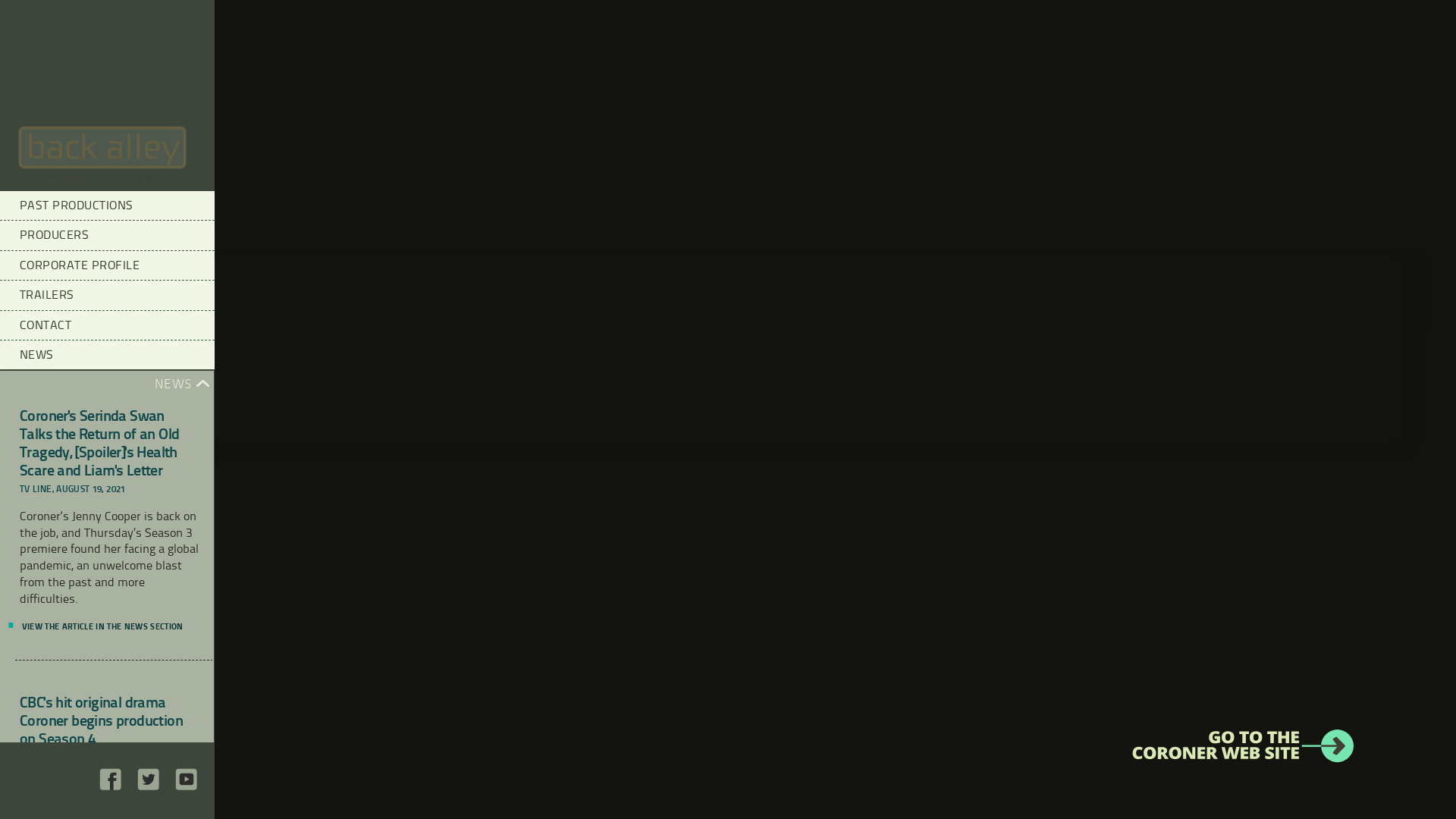  Describe the element at coordinates (0, 324) in the screenshot. I see `'CONTACT'` at that location.